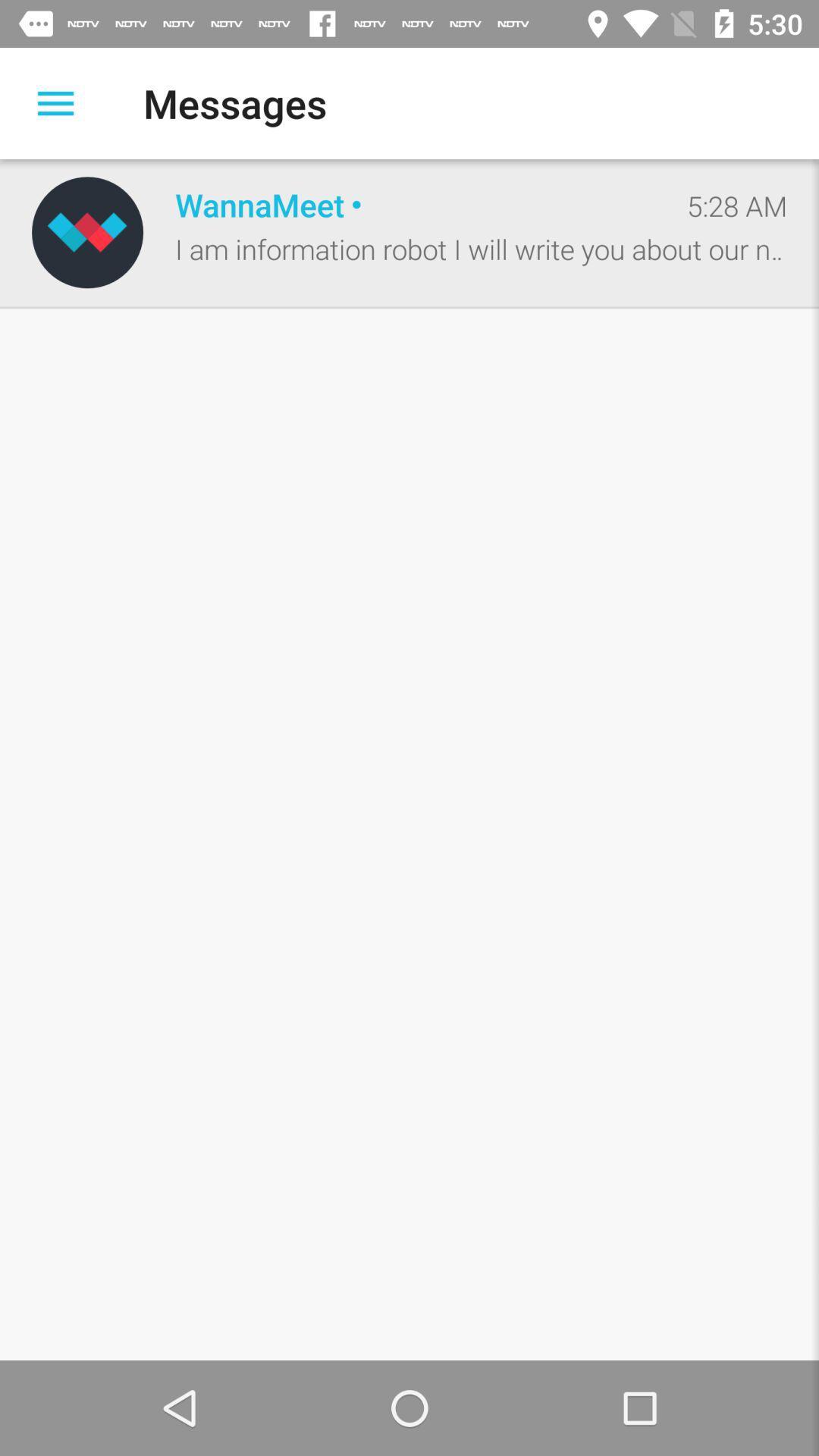  Describe the element at coordinates (481, 249) in the screenshot. I see `i am information` at that location.